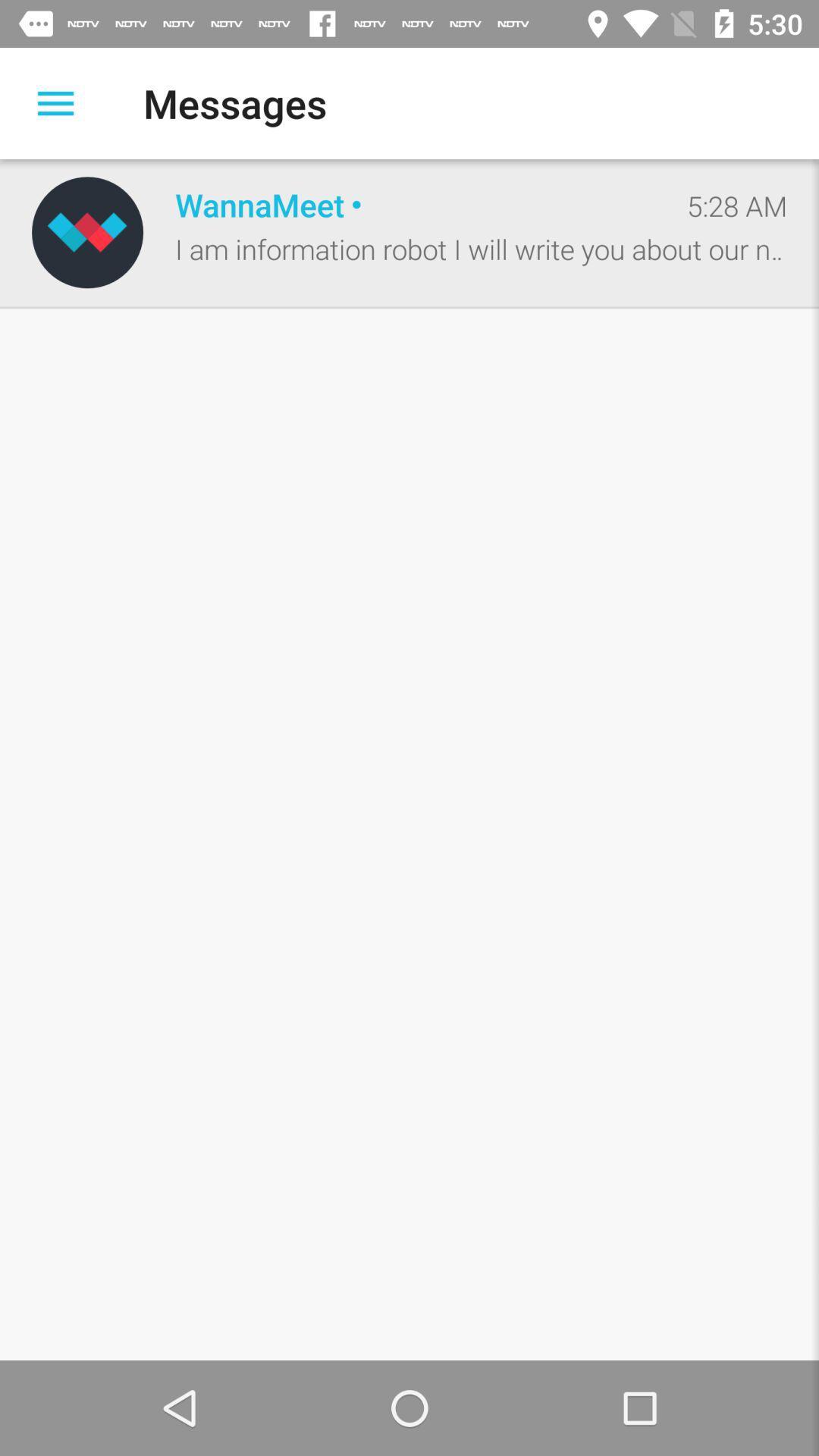  Describe the element at coordinates (481, 249) in the screenshot. I see `i am information` at that location.